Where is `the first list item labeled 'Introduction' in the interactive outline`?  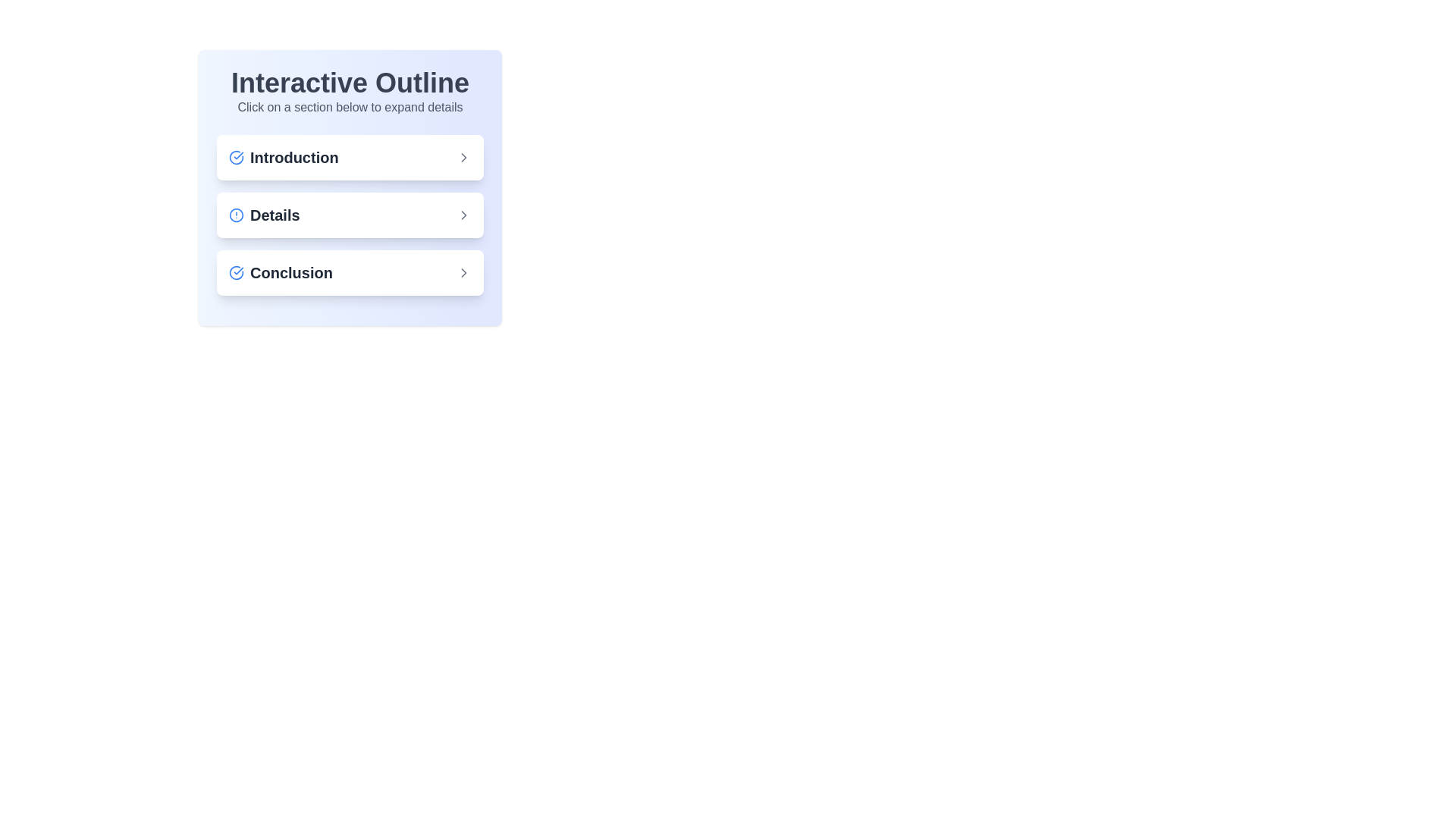
the first list item labeled 'Introduction' in the interactive outline is located at coordinates (349, 158).